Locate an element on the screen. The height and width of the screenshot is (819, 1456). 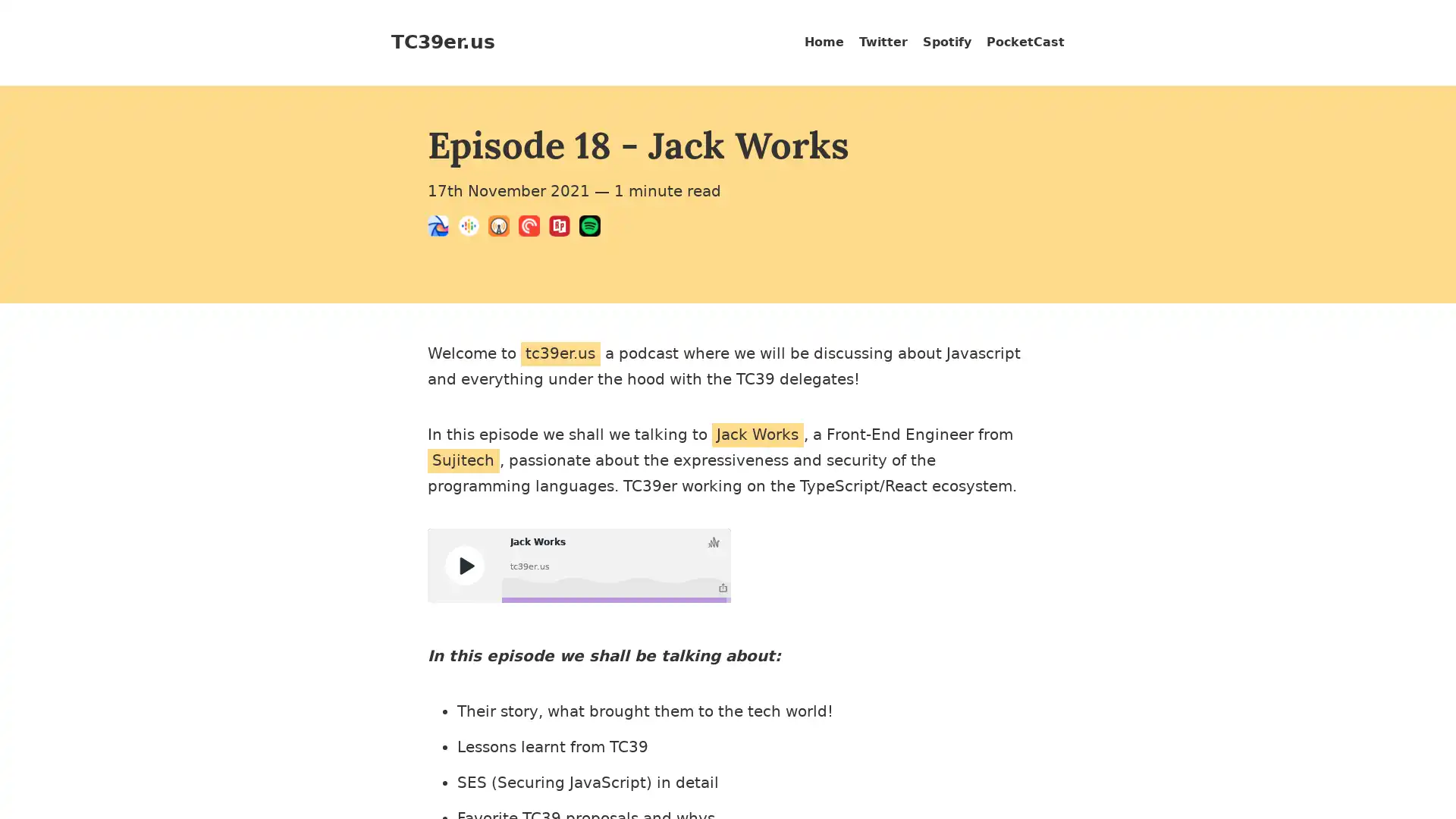
Google Podcasts Logo is located at coordinates (472, 228).